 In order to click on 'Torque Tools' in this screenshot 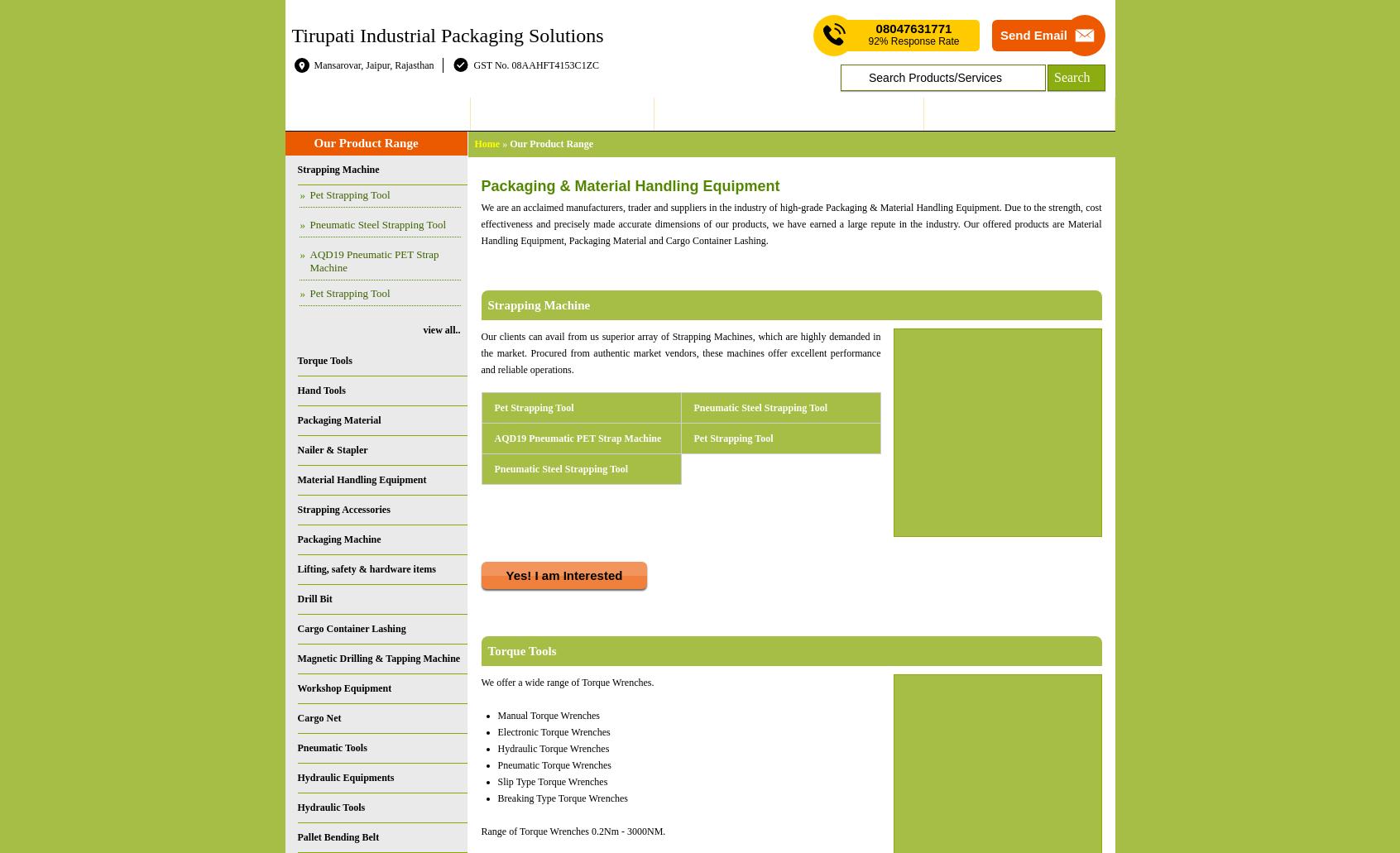, I will do `click(520, 649)`.